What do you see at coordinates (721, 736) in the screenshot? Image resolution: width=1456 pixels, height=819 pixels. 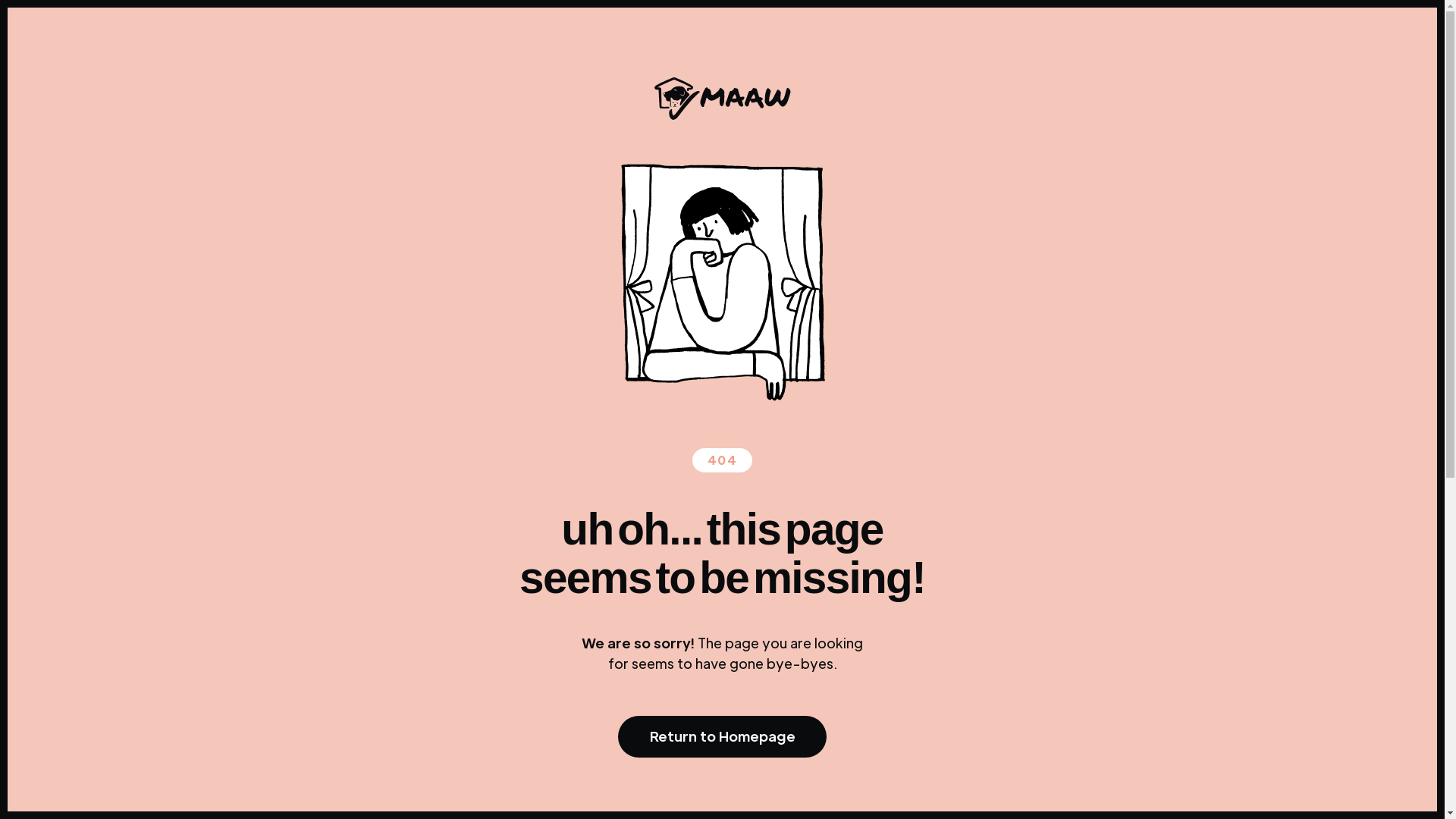 I see `'Return to Homepage'` at bounding box center [721, 736].